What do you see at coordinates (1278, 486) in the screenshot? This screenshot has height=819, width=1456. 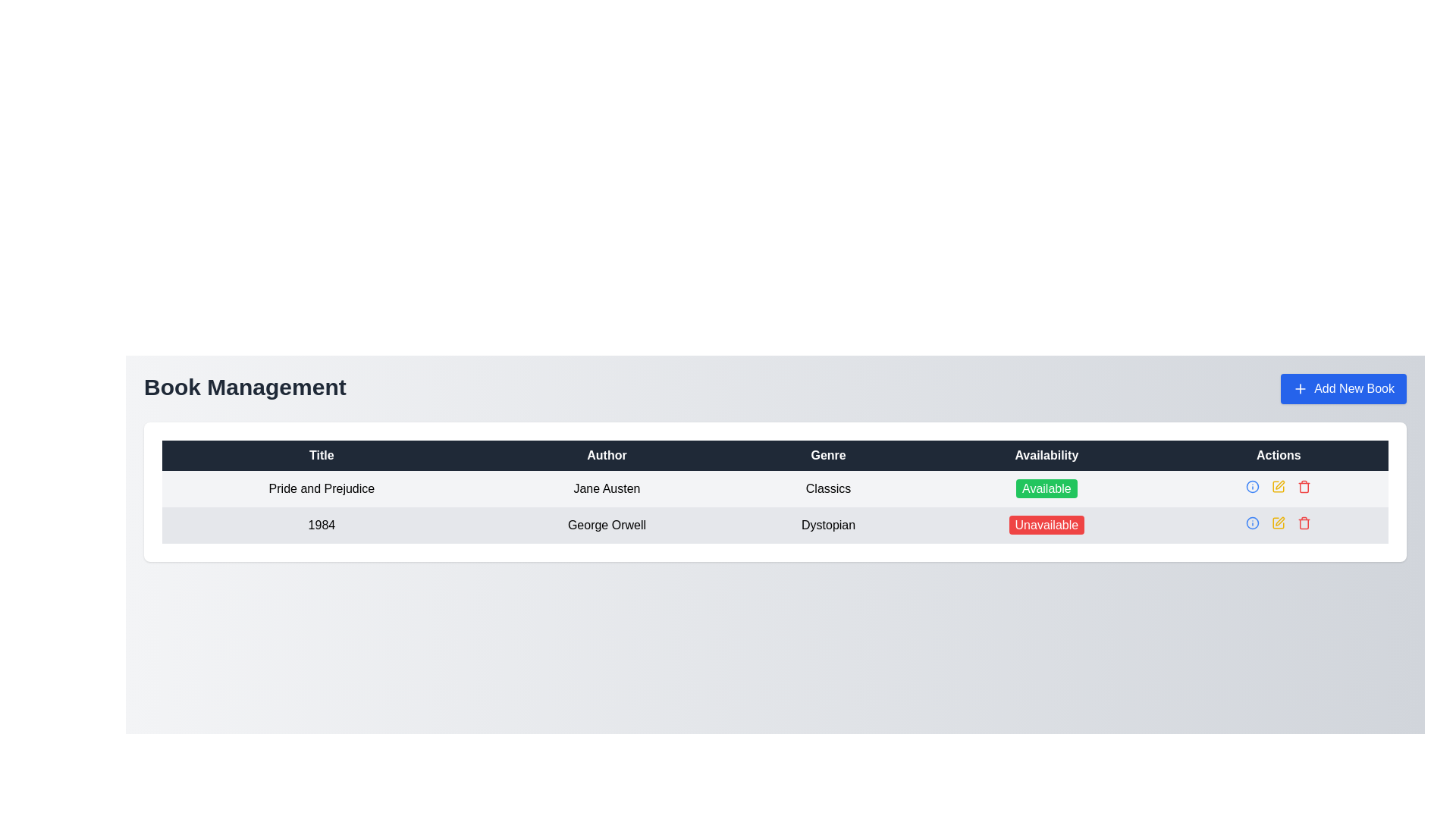 I see `the edit button for the item '1984' located in the second row of the 'Actions' column to initiate editing` at bounding box center [1278, 486].